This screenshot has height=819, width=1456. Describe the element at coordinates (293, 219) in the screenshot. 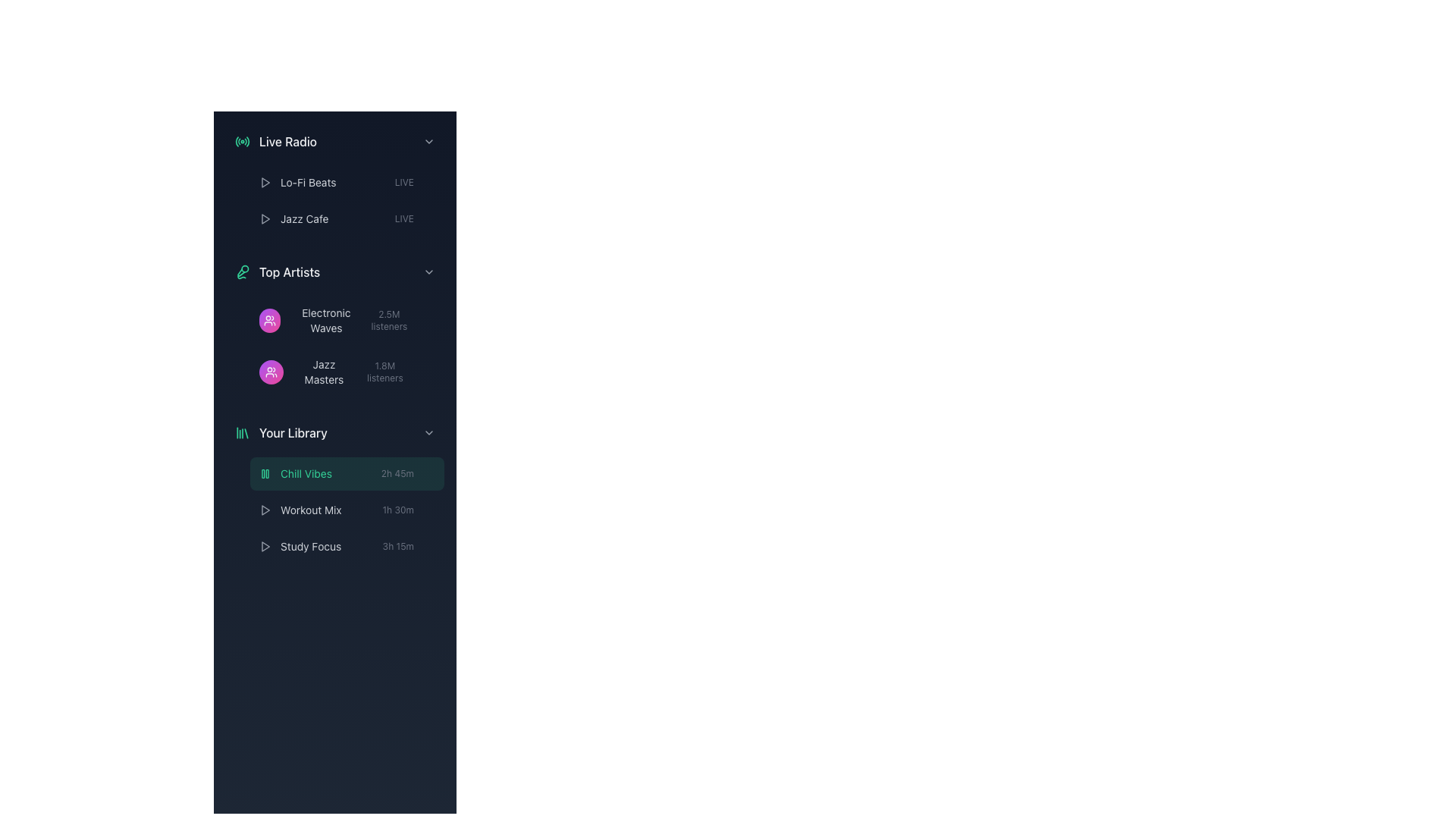

I see `text label for the Jazz Cafe entry in the Live Radio section, located beneath the Lo-Fi Beats label` at that location.